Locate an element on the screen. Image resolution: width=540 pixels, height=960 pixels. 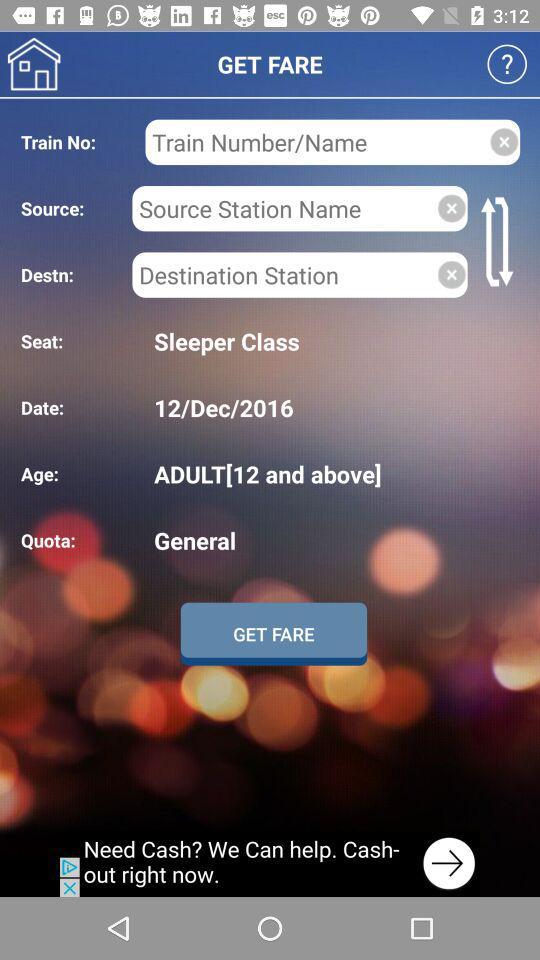
click close option is located at coordinates (451, 273).